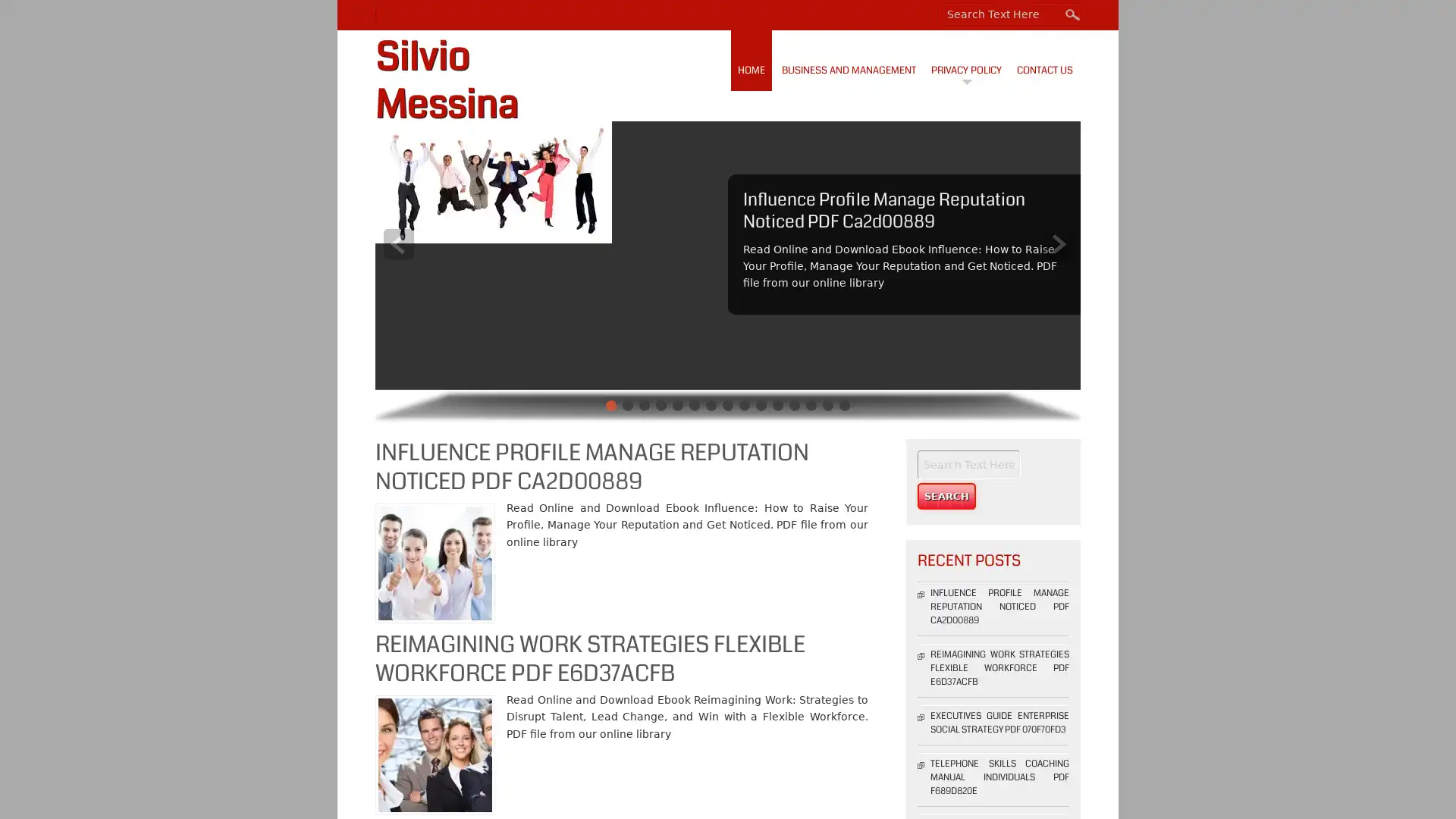 This screenshot has height=819, width=1456. What do you see at coordinates (946, 496) in the screenshot?
I see `Search` at bounding box center [946, 496].